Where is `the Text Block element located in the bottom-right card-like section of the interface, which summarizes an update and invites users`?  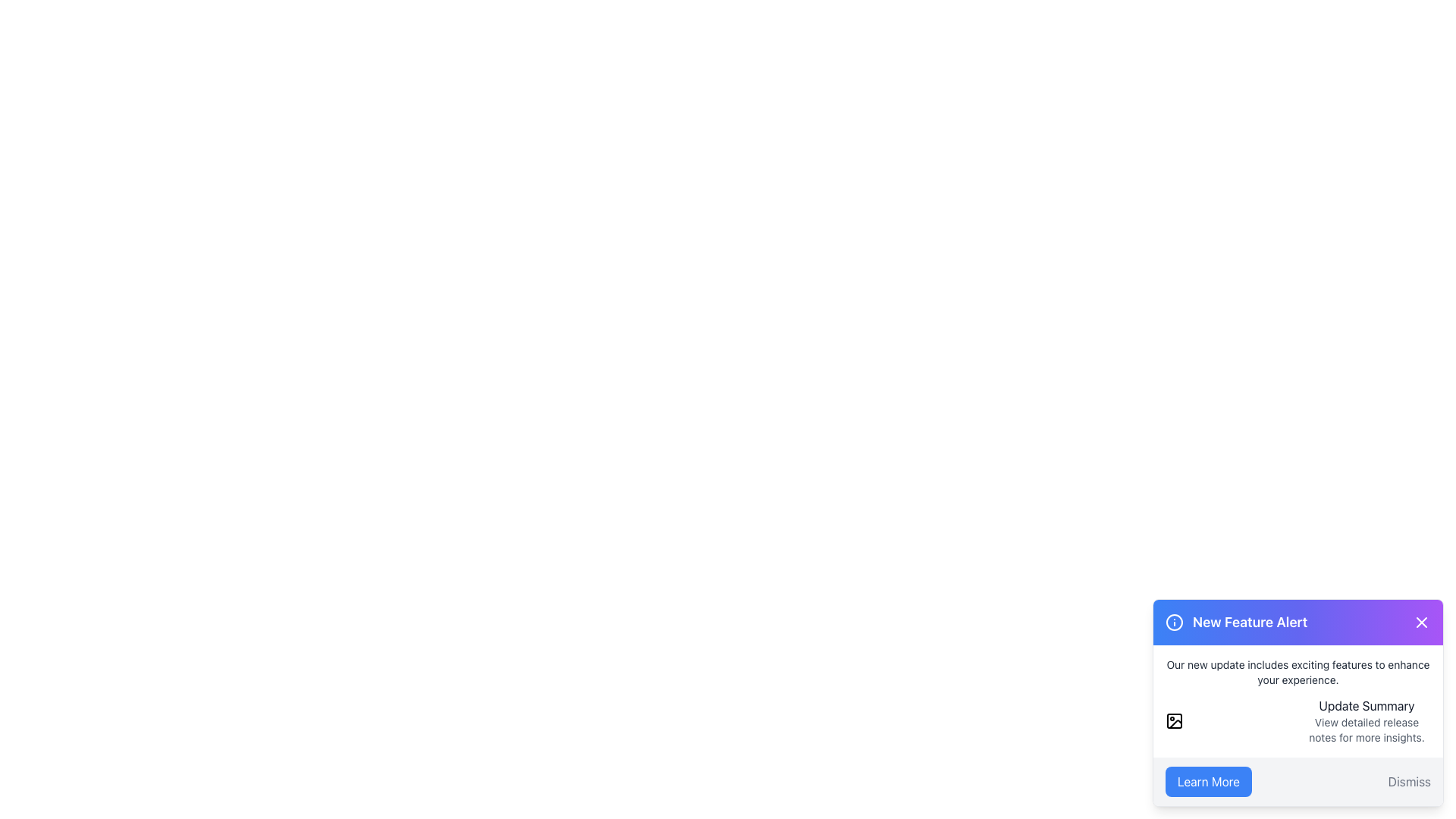
the Text Block element located in the bottom-right card-like section of the interface, which summarizes an update and invites users is located at coordinates (1367, 720).